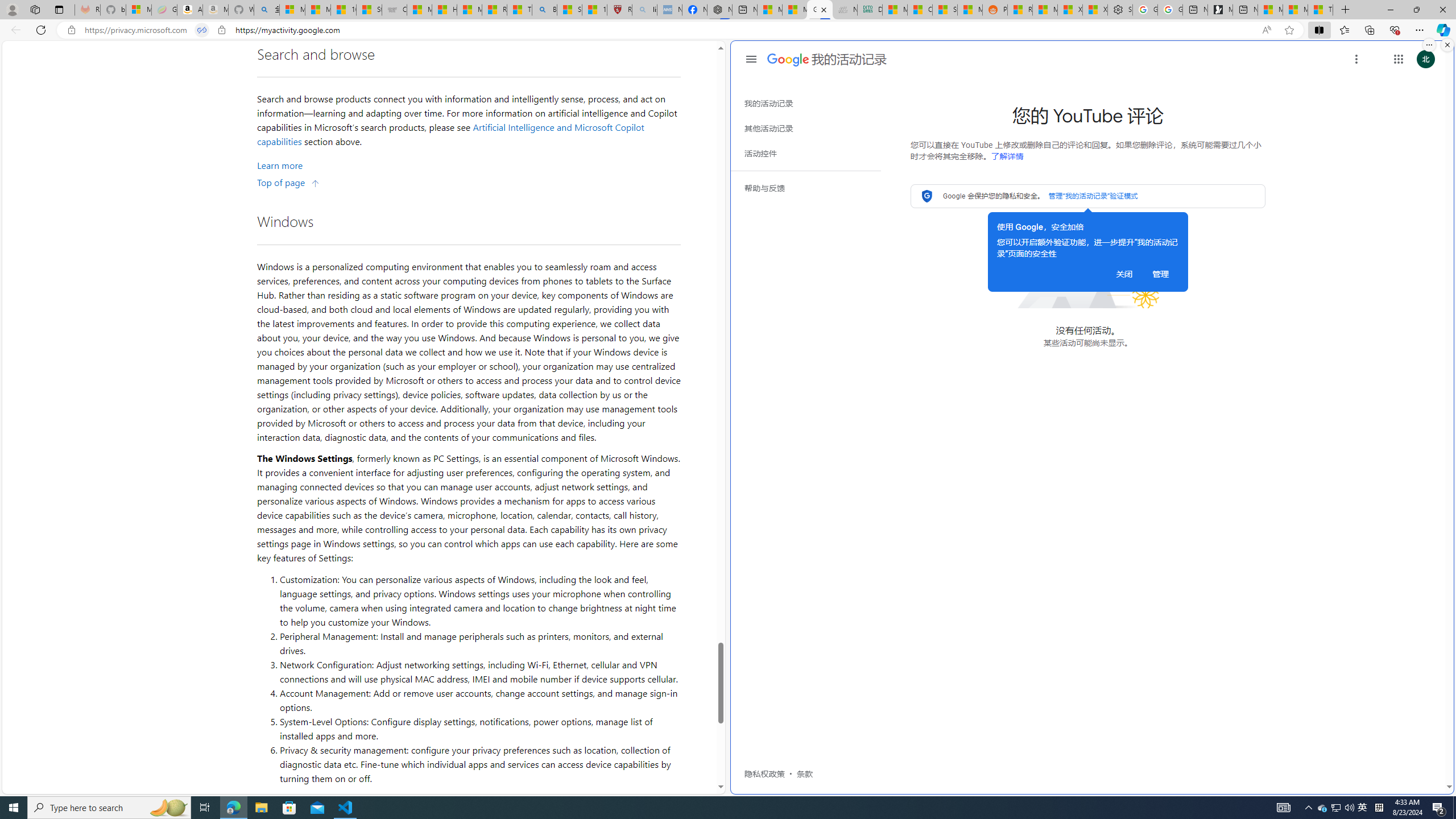 The width and height of the screenshot is (1456, 819). What do you see at coordinates (1266, 30) in the screenshot?
I see `'Read aloud this page (Ctrl+Shift+U)'` at bounding box center [1266, 30].